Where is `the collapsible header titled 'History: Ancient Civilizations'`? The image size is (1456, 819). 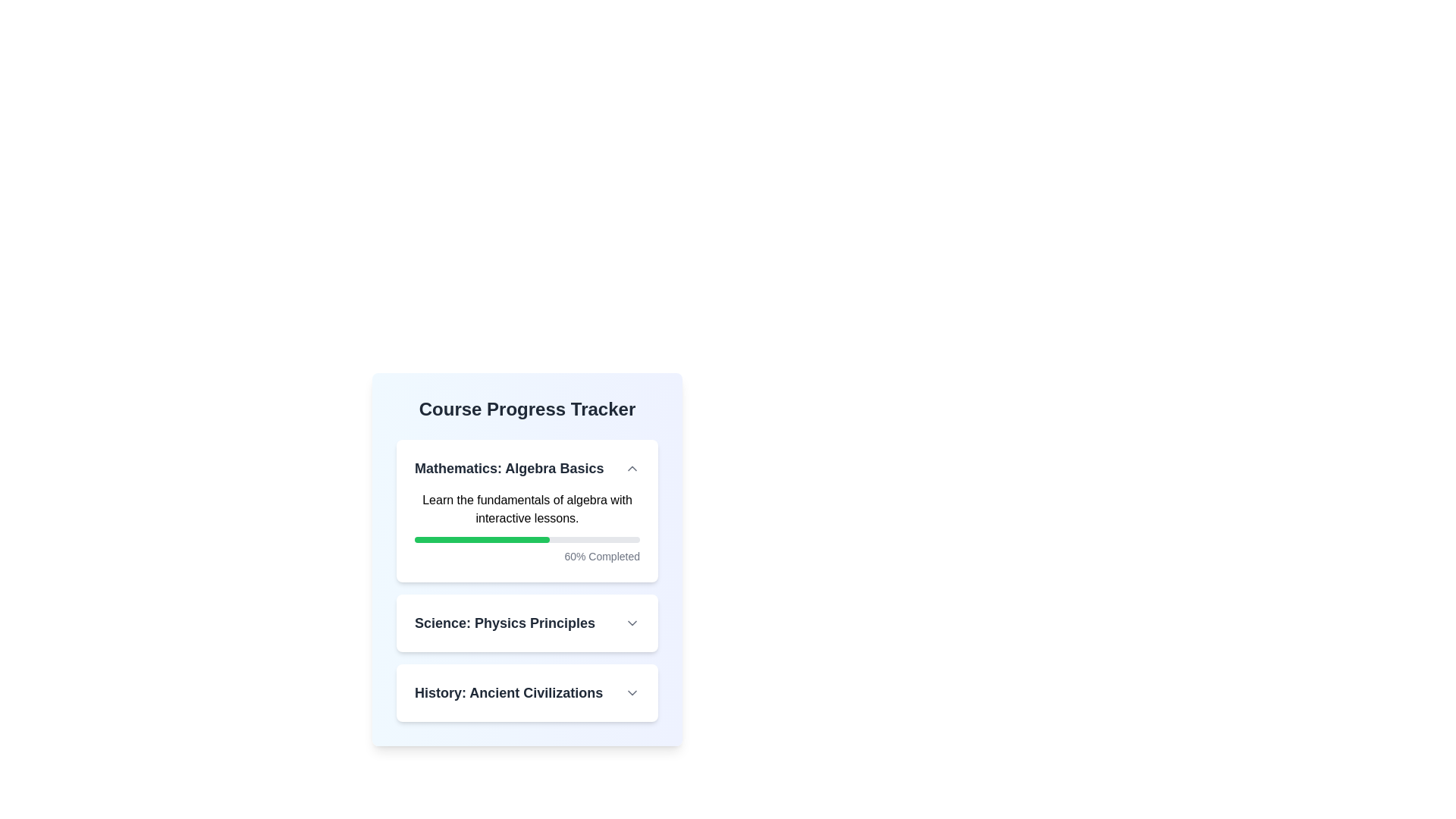
the collapsible header titled 'History: Ancient Civilizations' is located at coordinates (527, 693).